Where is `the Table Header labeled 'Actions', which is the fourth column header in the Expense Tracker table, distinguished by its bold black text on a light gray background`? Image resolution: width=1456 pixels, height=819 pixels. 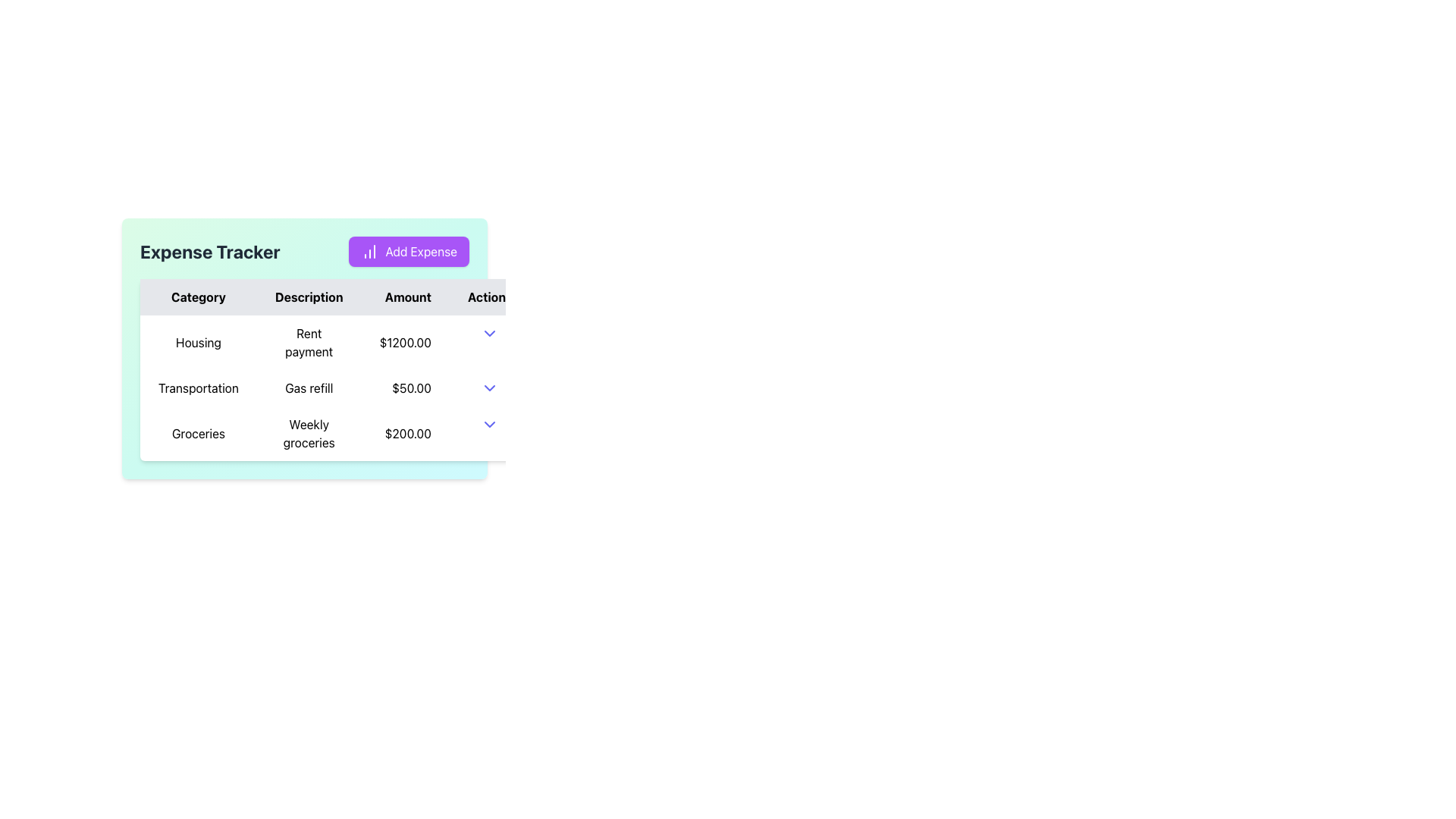 the Table Header labeled 'Actions', which is the fourth column header in the Expense Tracker table, distinguished by its bold black text on a light gray background is located at coordinates (490, 297).